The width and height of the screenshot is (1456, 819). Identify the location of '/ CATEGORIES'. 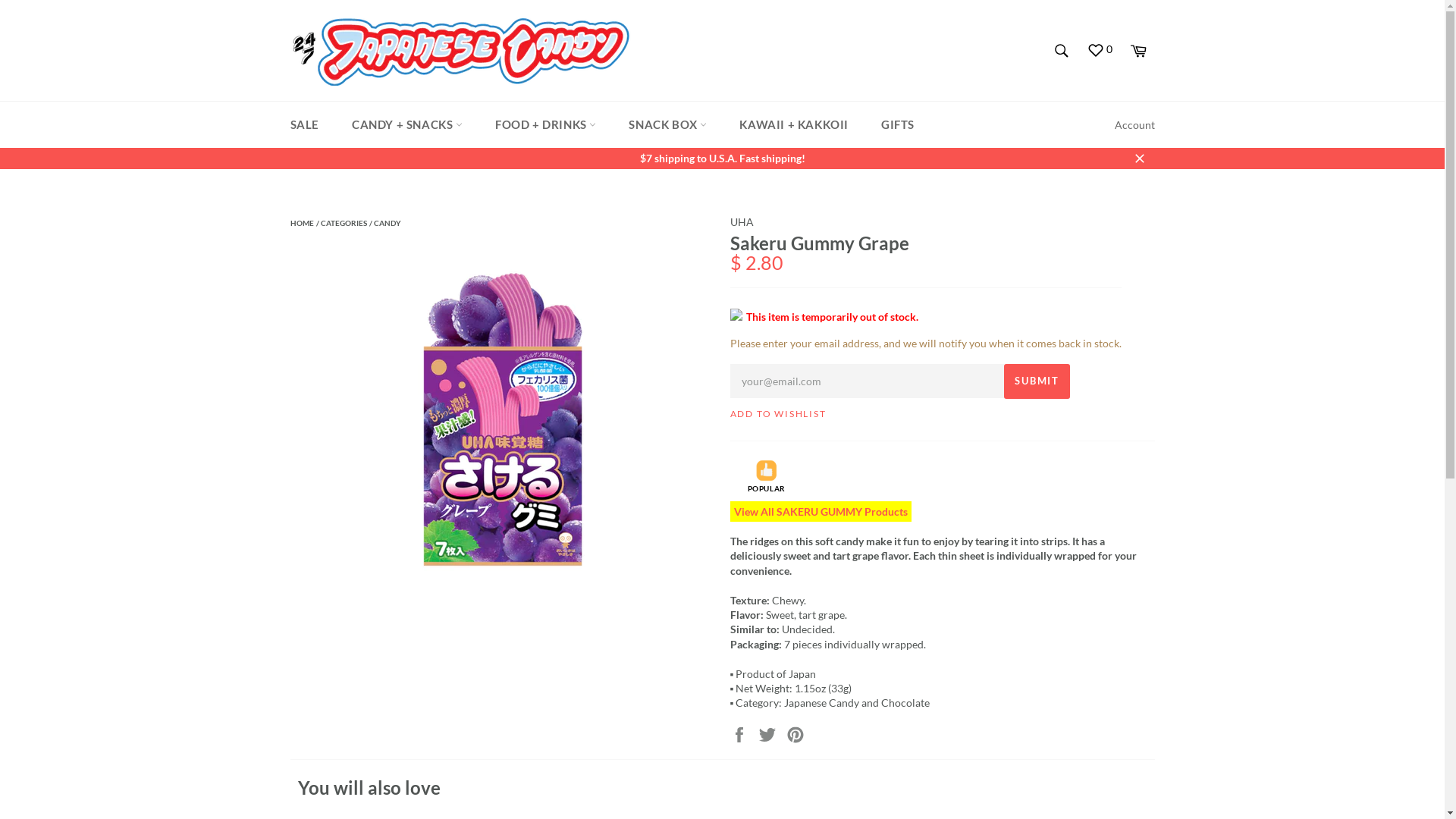
(315, 222).